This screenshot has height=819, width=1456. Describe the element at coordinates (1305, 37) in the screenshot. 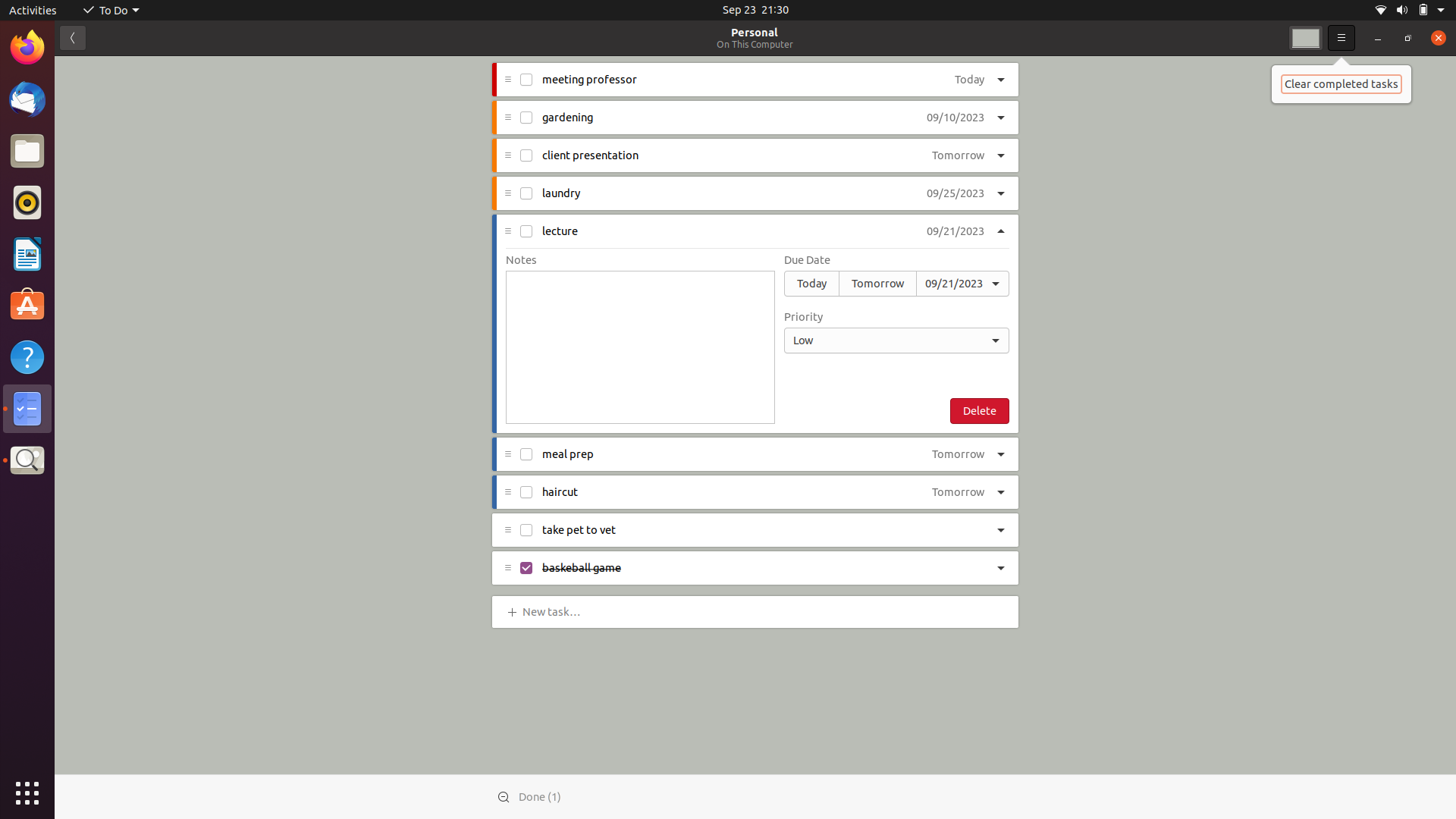

I see `Change background color to second first option in dropdown` at that location.